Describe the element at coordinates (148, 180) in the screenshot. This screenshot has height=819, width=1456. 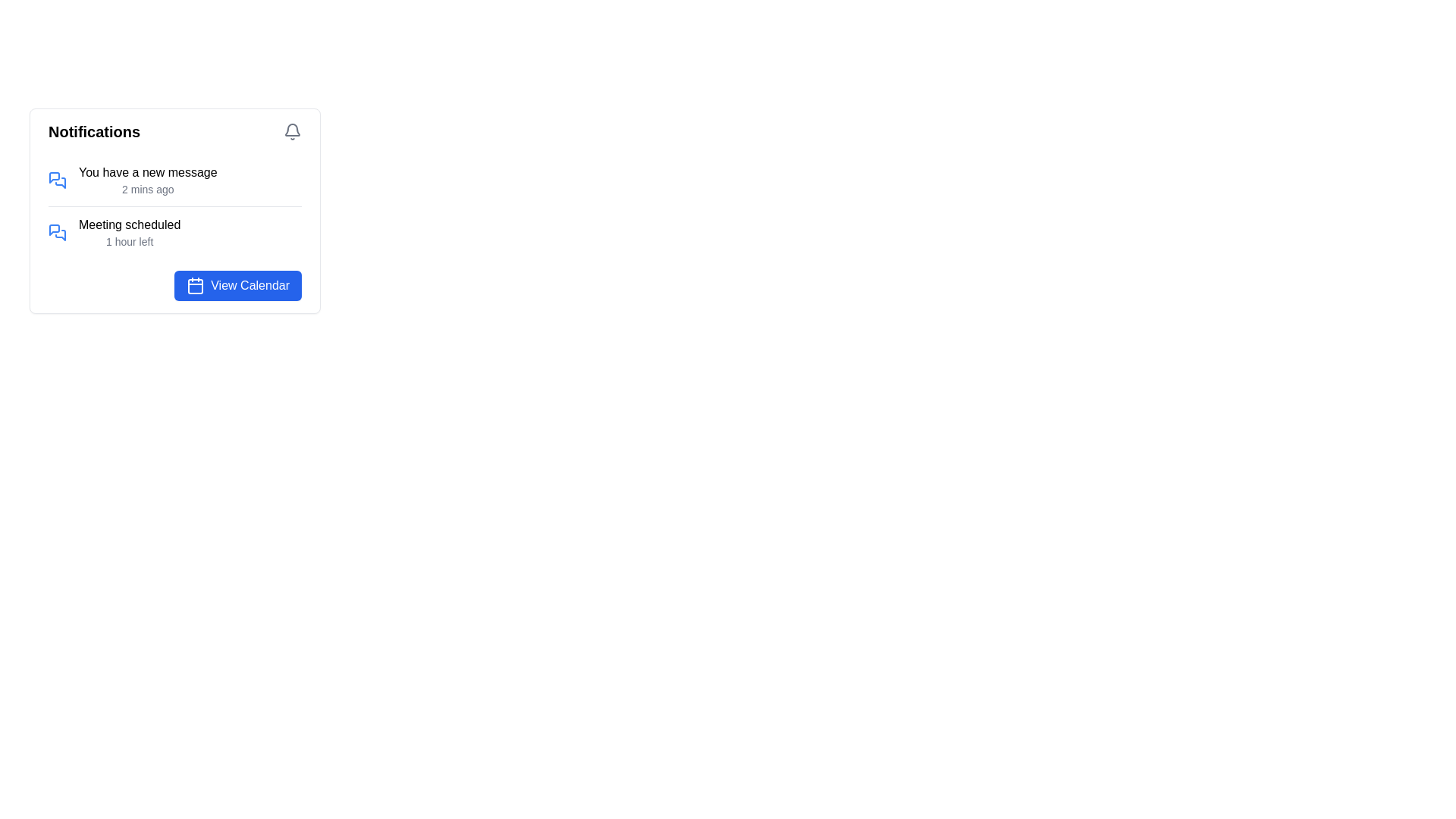
I see `notification content displayed as 'You have a new message' followed by '2 mins ago' within the Notifications panel` at that location.